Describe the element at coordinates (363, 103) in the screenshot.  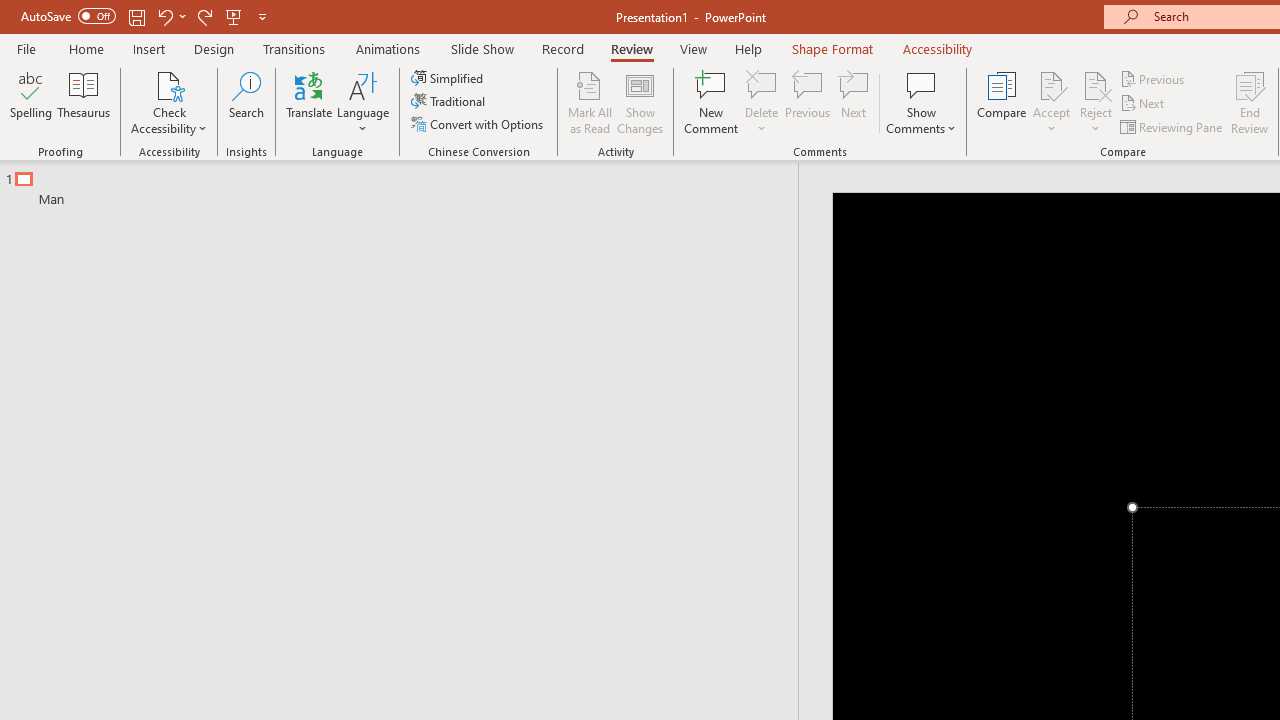
I see `'Language'` at that location.